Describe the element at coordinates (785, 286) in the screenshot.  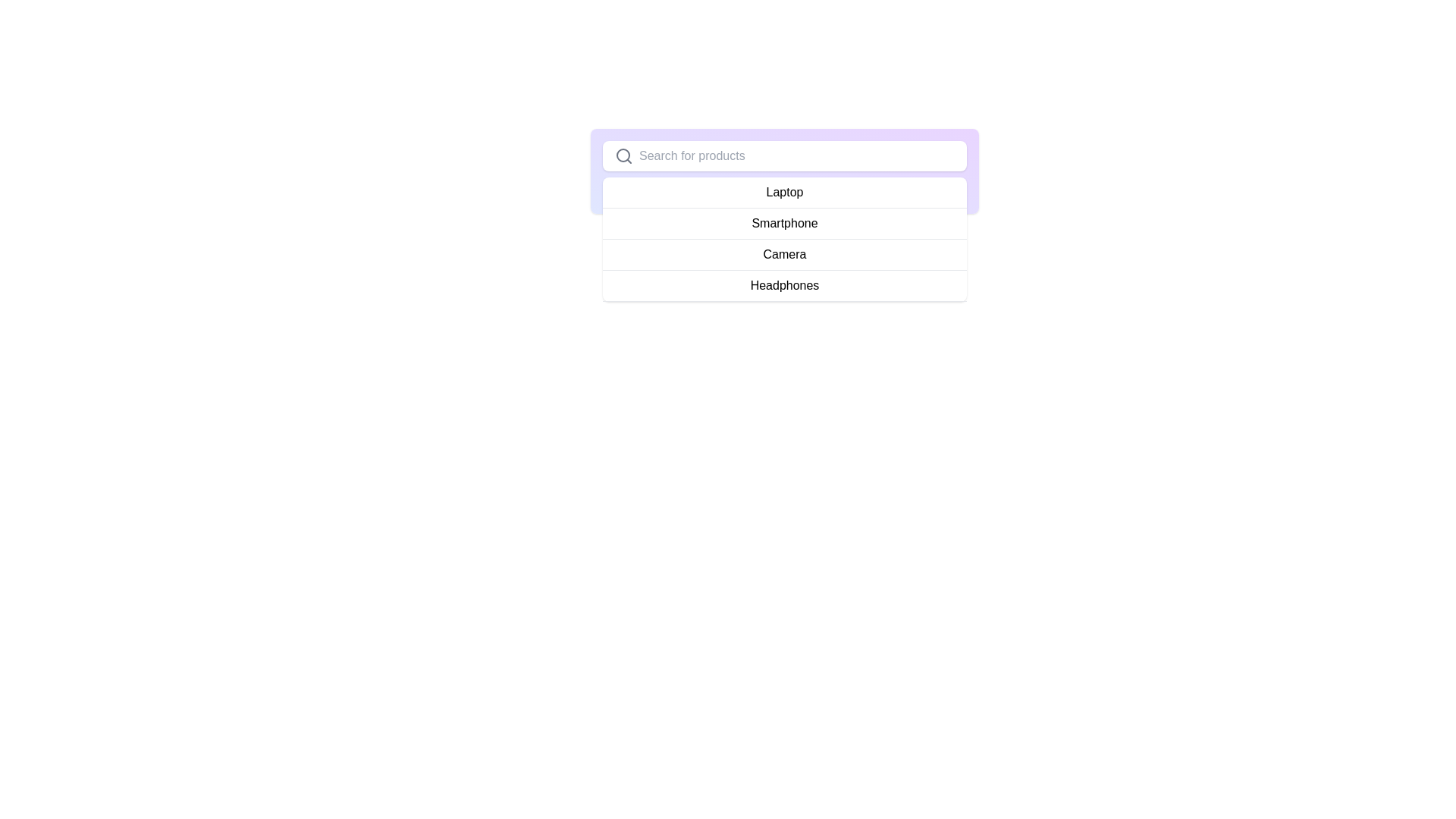
I see `the fourth list item labeled 'Headphones' in the dropdown menu` at that location.